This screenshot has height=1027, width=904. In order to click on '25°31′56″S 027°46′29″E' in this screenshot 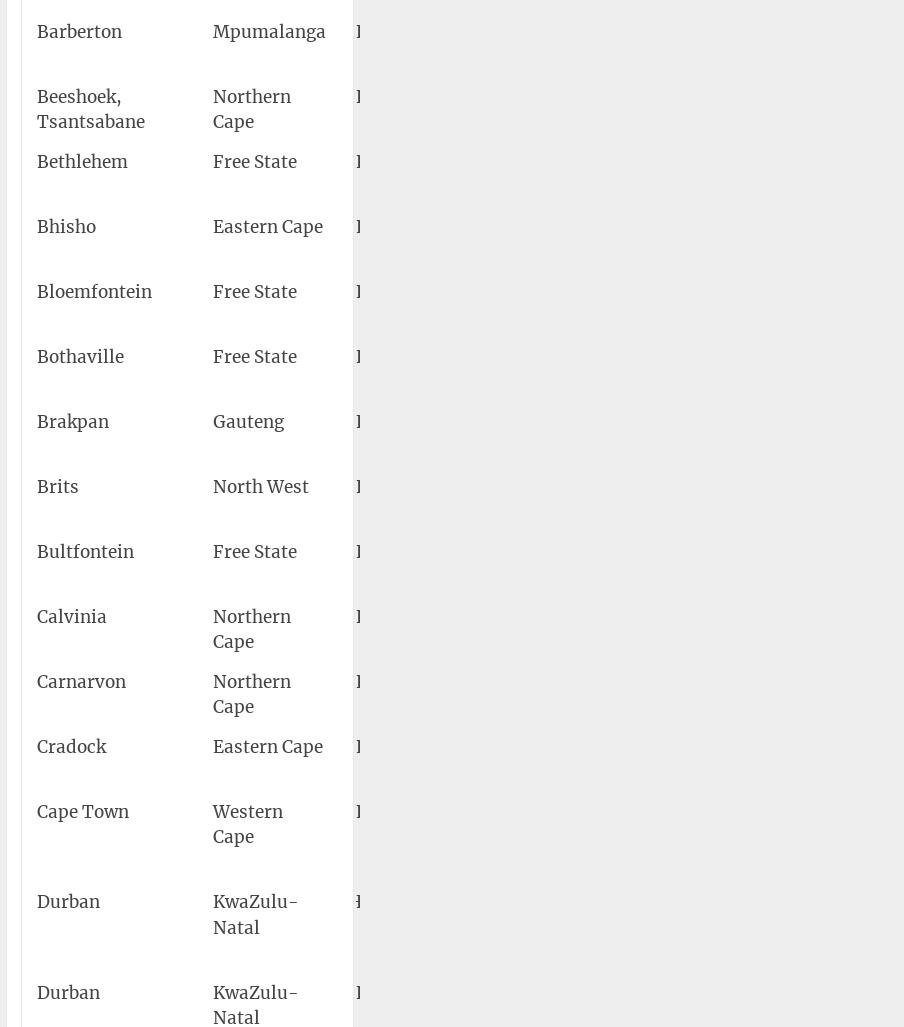, I will do `click(751, 499)`.